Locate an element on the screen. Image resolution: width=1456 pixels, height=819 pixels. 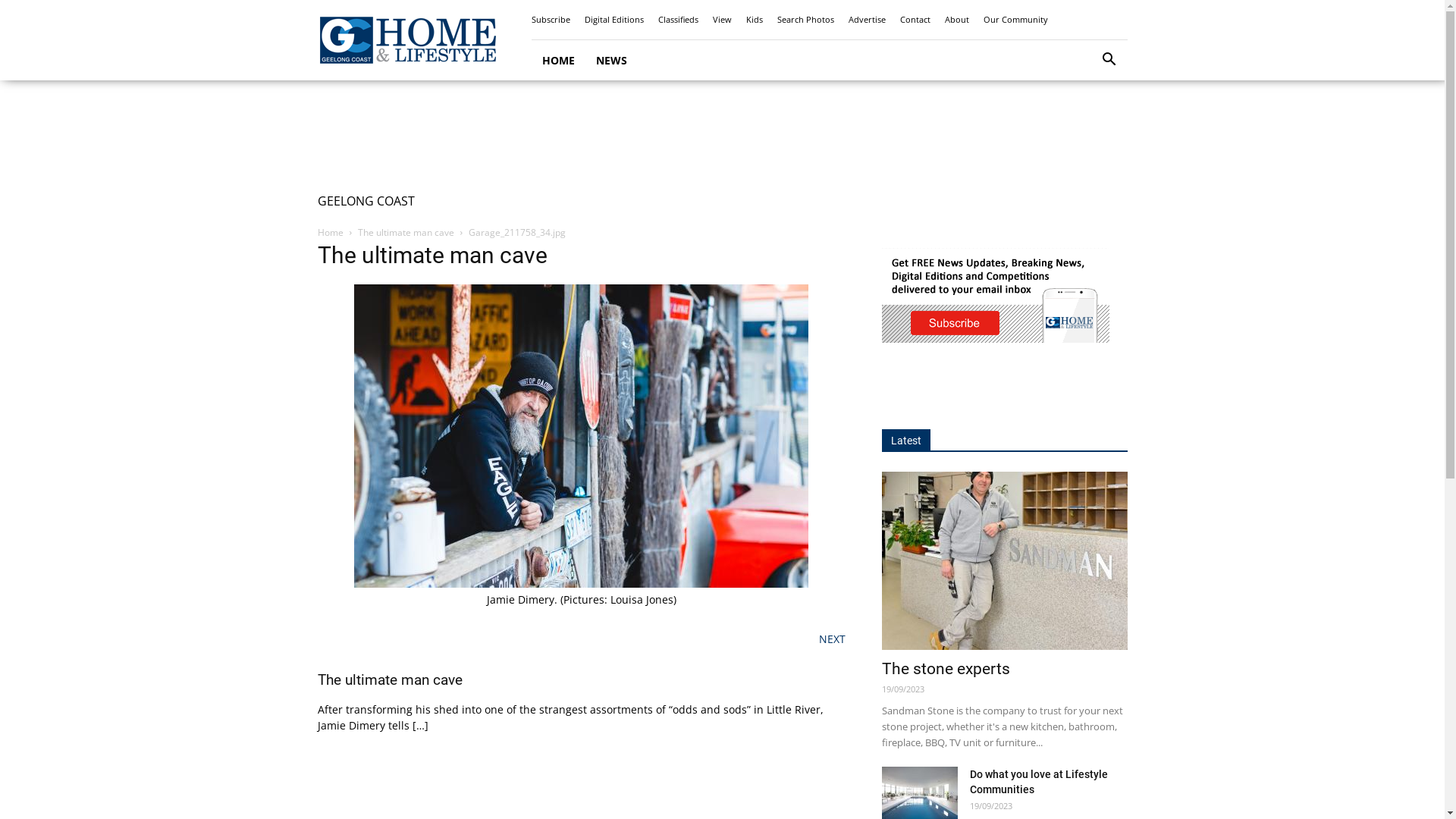
'Our Community' is located at coordinates (1015, 19).